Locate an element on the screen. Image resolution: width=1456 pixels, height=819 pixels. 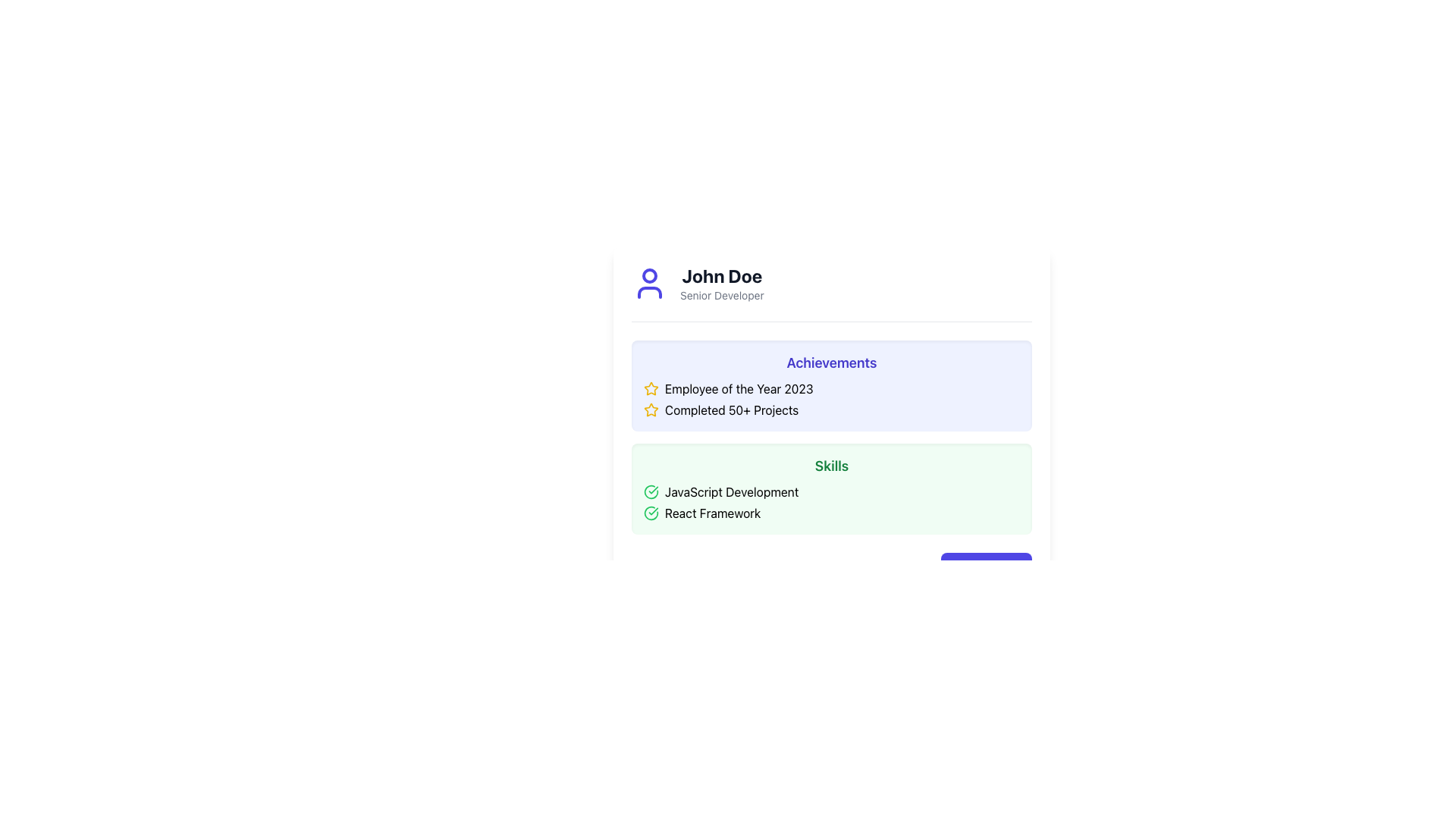
the Text Display element that contains the name 'John Doe' and the title 'Senior Developer', which is styled in bold and smaller text respectively, located on a white background in the upper left section of the page is located at coordinates (721, 284).